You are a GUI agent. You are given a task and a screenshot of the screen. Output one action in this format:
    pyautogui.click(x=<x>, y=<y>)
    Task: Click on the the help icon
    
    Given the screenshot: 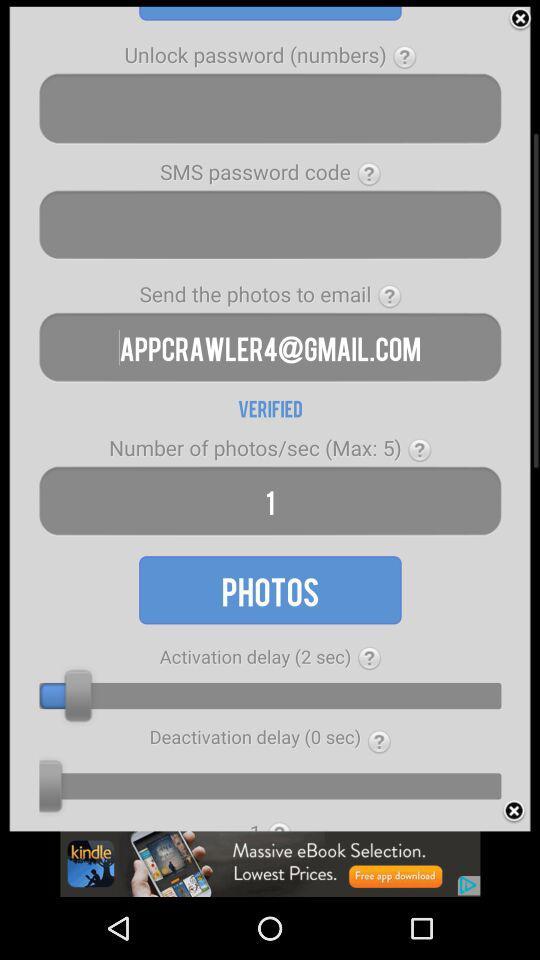 What is the action you would take?
    pyautogui.click(x=404, y=61)
    